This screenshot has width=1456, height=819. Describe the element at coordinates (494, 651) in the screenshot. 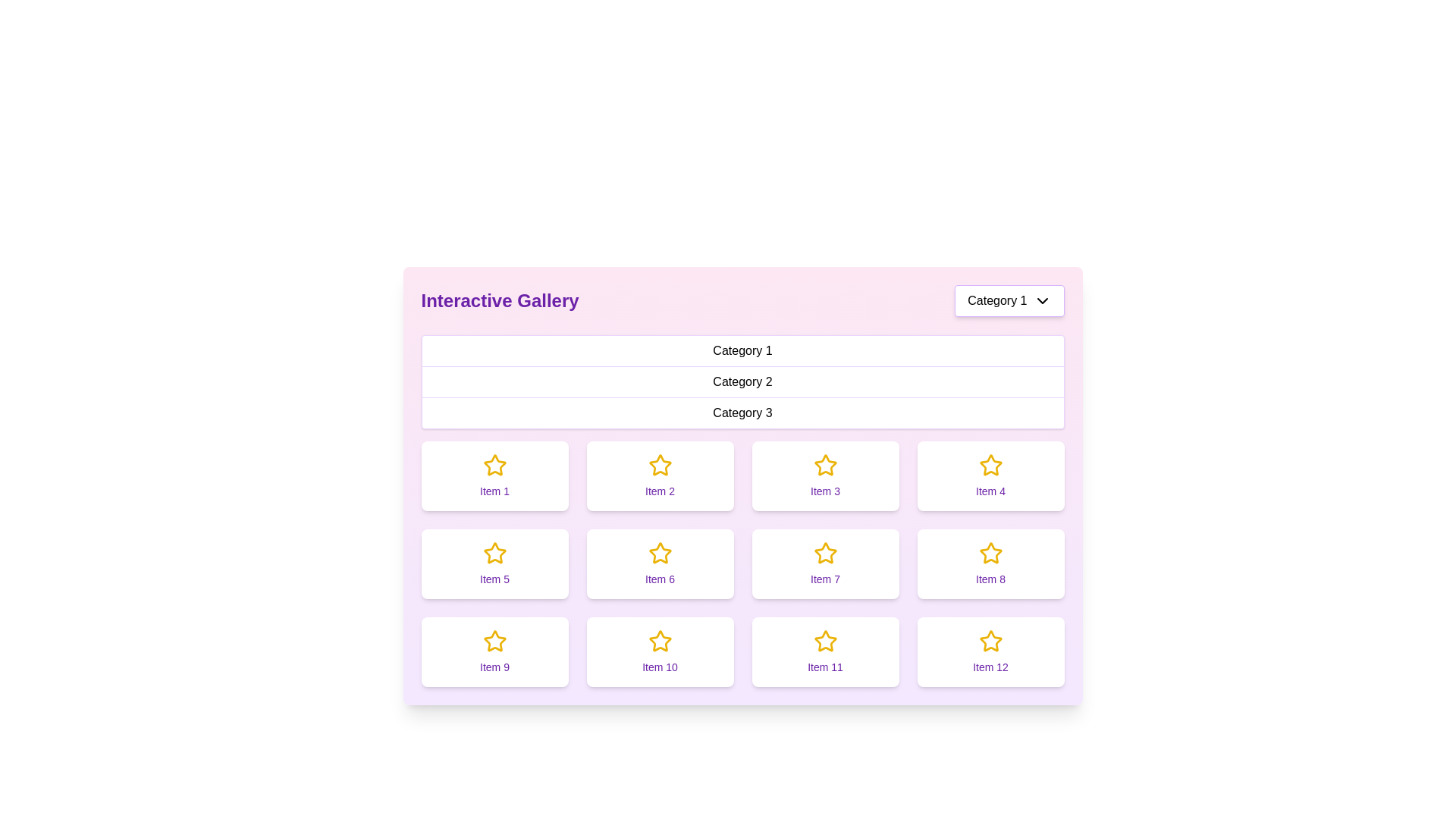

I see `the item display card located in the bottom-left area of the grid, which contains an icon and text label` at that location.